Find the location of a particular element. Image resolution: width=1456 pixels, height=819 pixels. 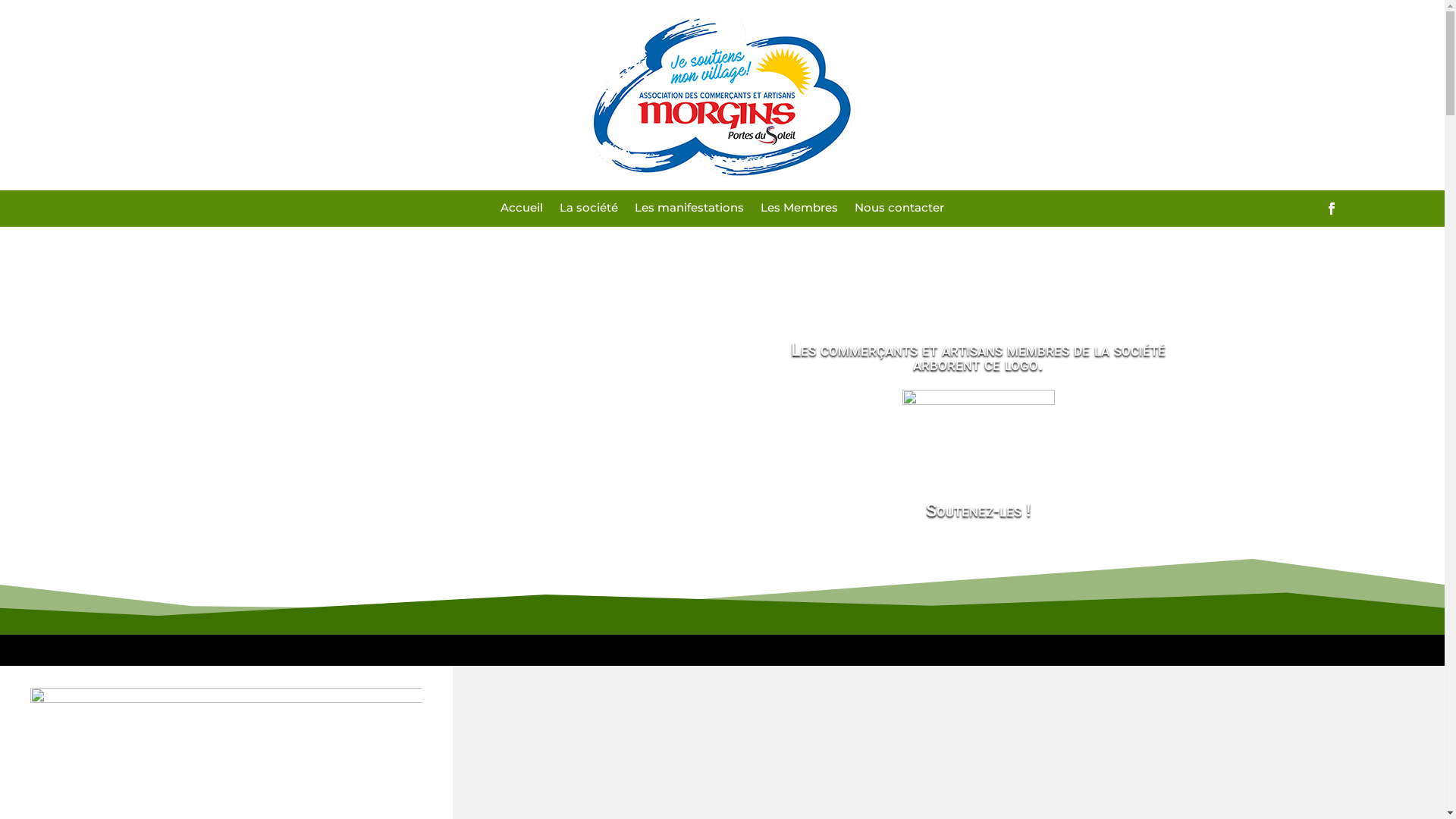

'logo ACAM' is located at coordinates (720, 95).